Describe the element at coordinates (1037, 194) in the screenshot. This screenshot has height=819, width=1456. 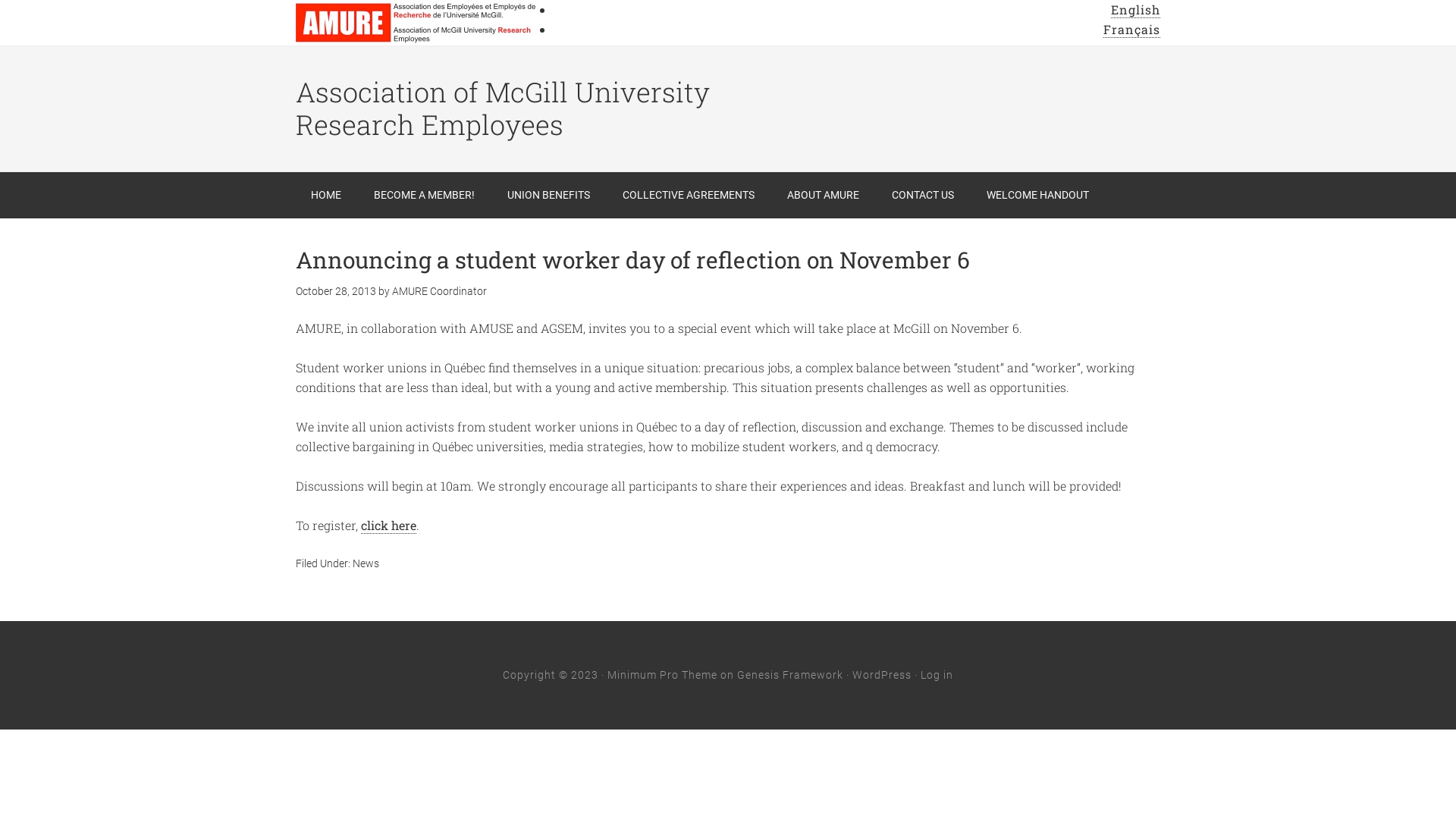
I see `'WELCOME HANDOUT'` at that location.